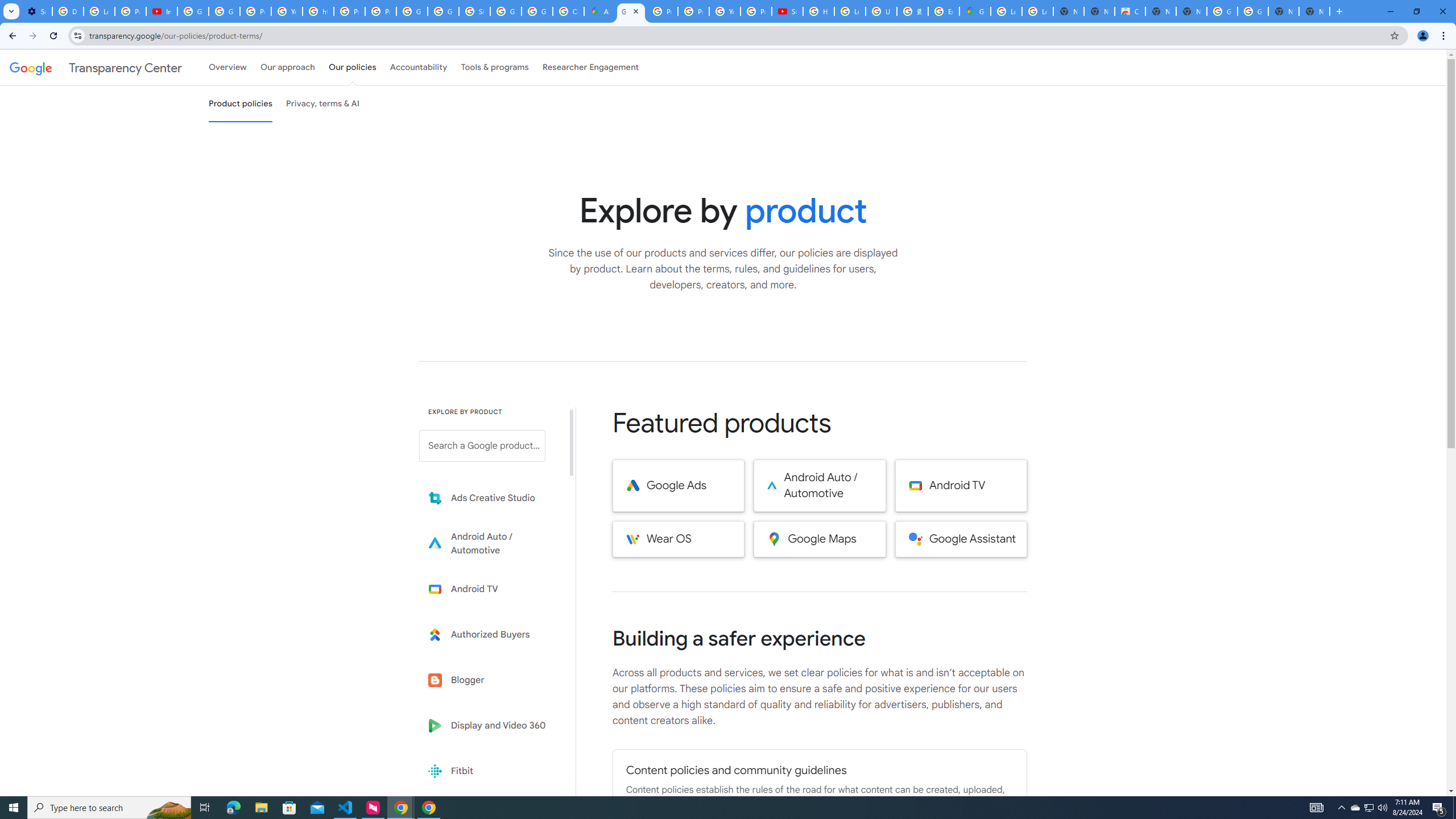 This screenshot has height=819, width=1456. Describe the element at coordinates (482, 446) in the screenshot. I see `'Search a Google product from below list.'` at that location.